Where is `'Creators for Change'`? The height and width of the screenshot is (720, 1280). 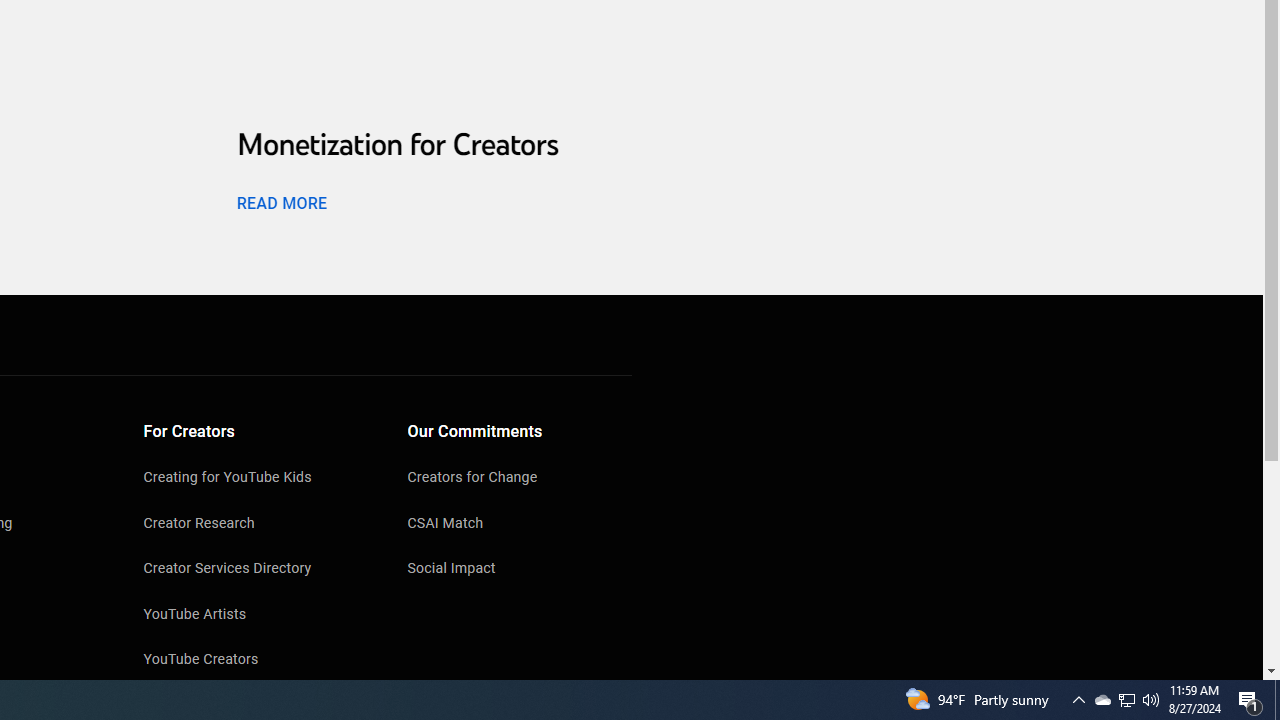
'Creators for Change' is located at coordinates (519, 479).